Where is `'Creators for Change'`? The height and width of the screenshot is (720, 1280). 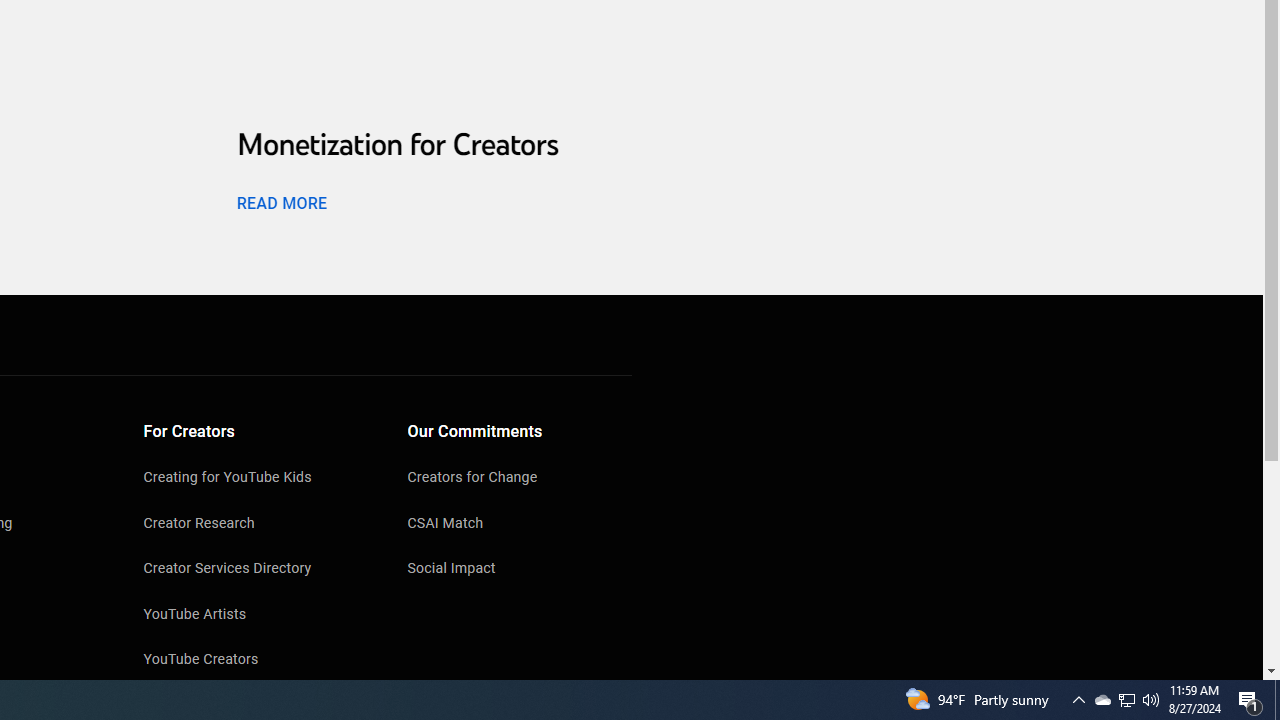
'Creators for Change' is located at coordinates (519, 479).